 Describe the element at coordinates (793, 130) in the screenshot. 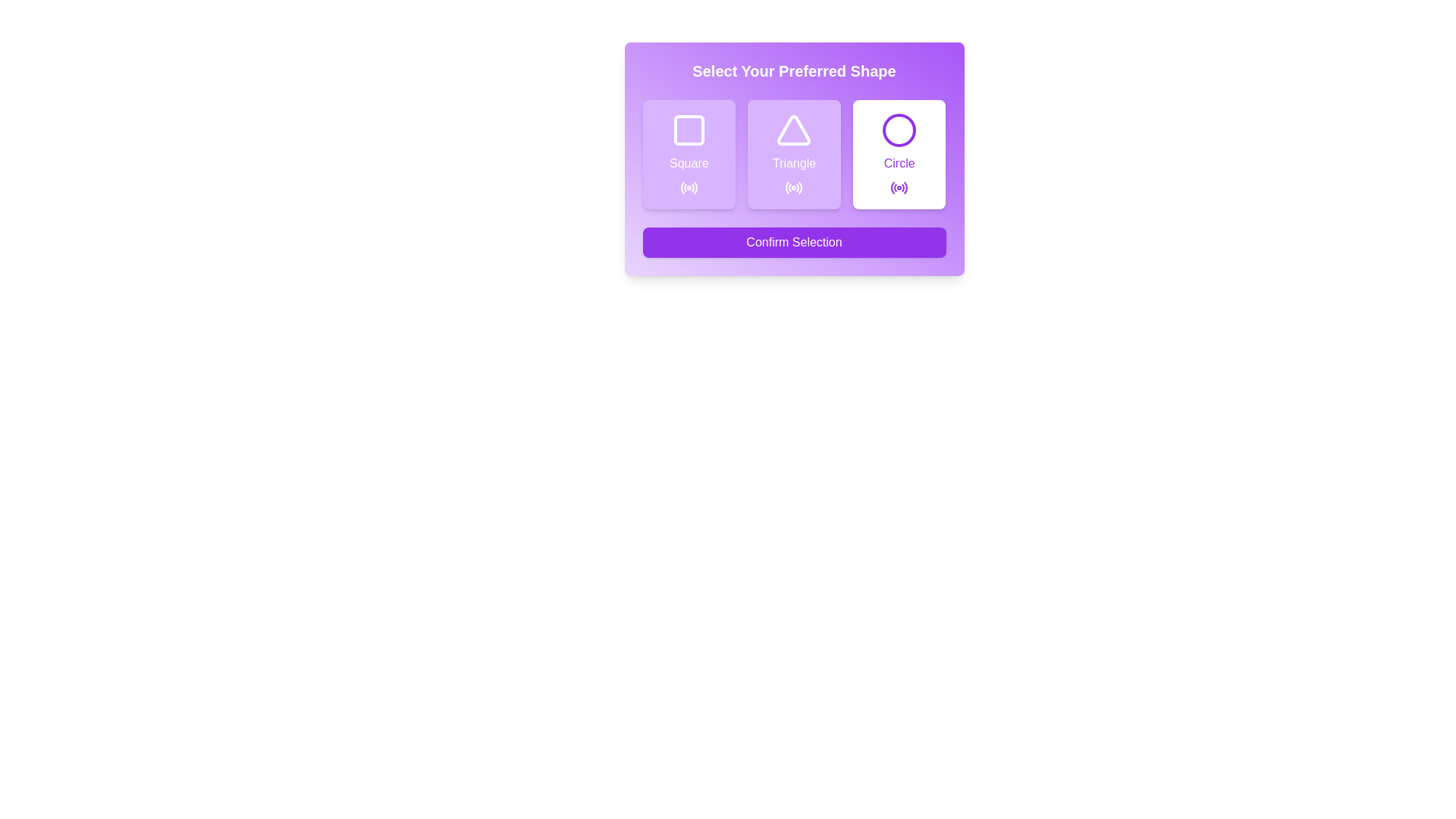

I see `the triangle icon` at that location.